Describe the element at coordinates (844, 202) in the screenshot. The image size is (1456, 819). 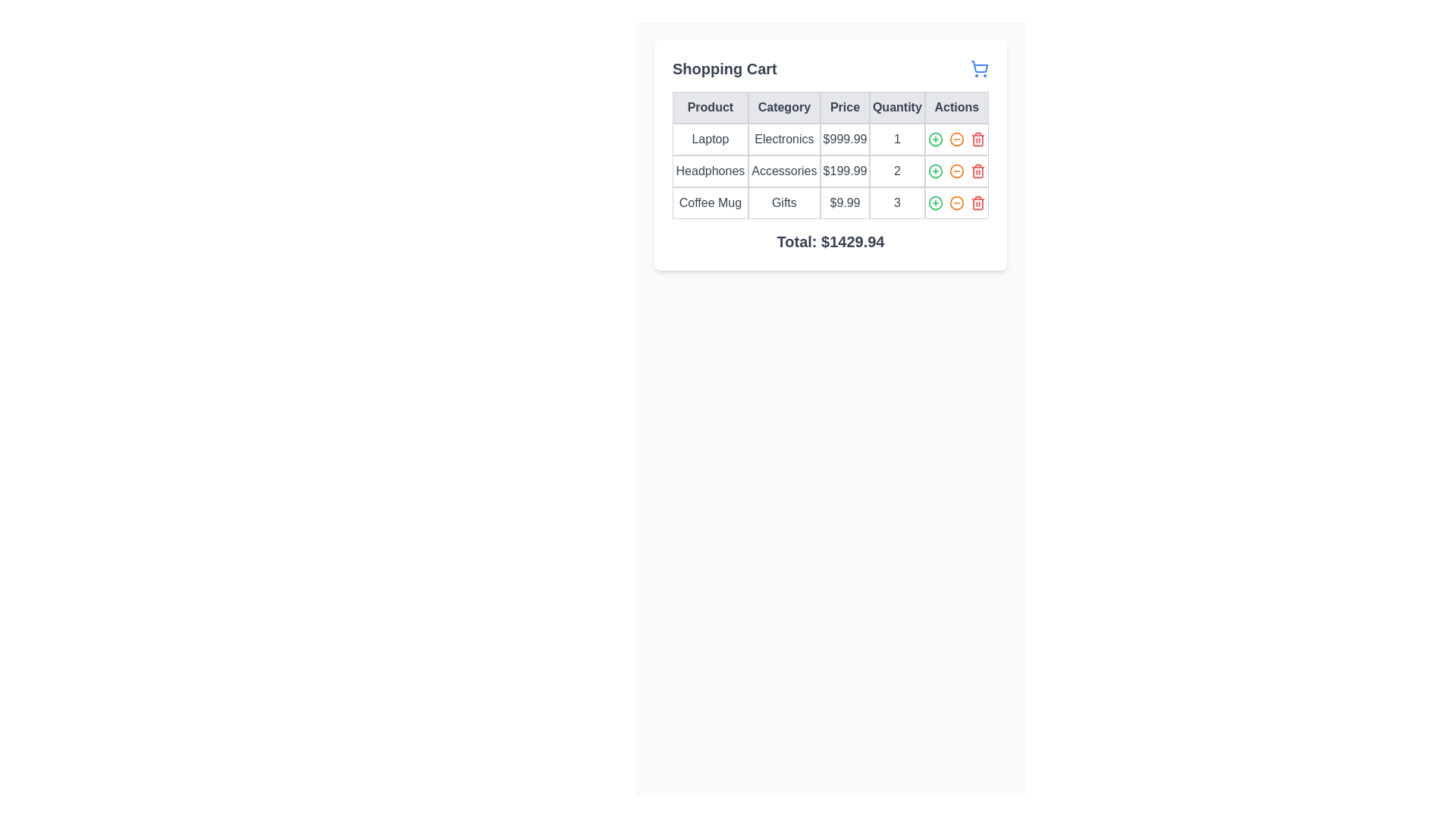
I see `the Text label displaying '$9.99' in the 'Price' column of the last row labeled 'Coffee Mug' in a table structure` at that location.